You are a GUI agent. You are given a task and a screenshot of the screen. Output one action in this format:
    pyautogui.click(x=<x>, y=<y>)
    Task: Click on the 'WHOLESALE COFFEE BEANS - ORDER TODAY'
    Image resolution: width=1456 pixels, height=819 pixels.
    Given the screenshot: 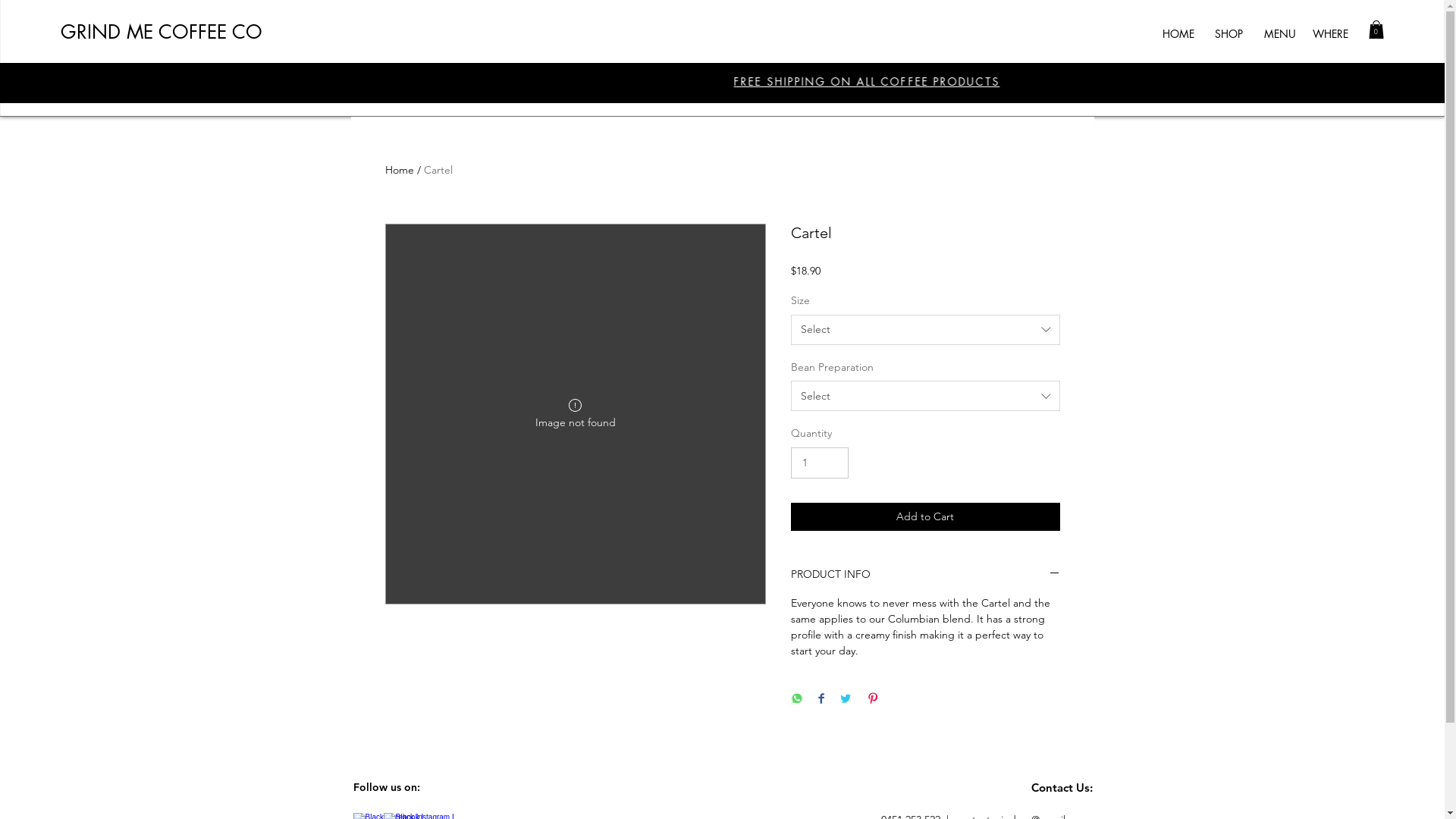 What is the action you would take?
    pyautogui.click(x=694, y=81)
    